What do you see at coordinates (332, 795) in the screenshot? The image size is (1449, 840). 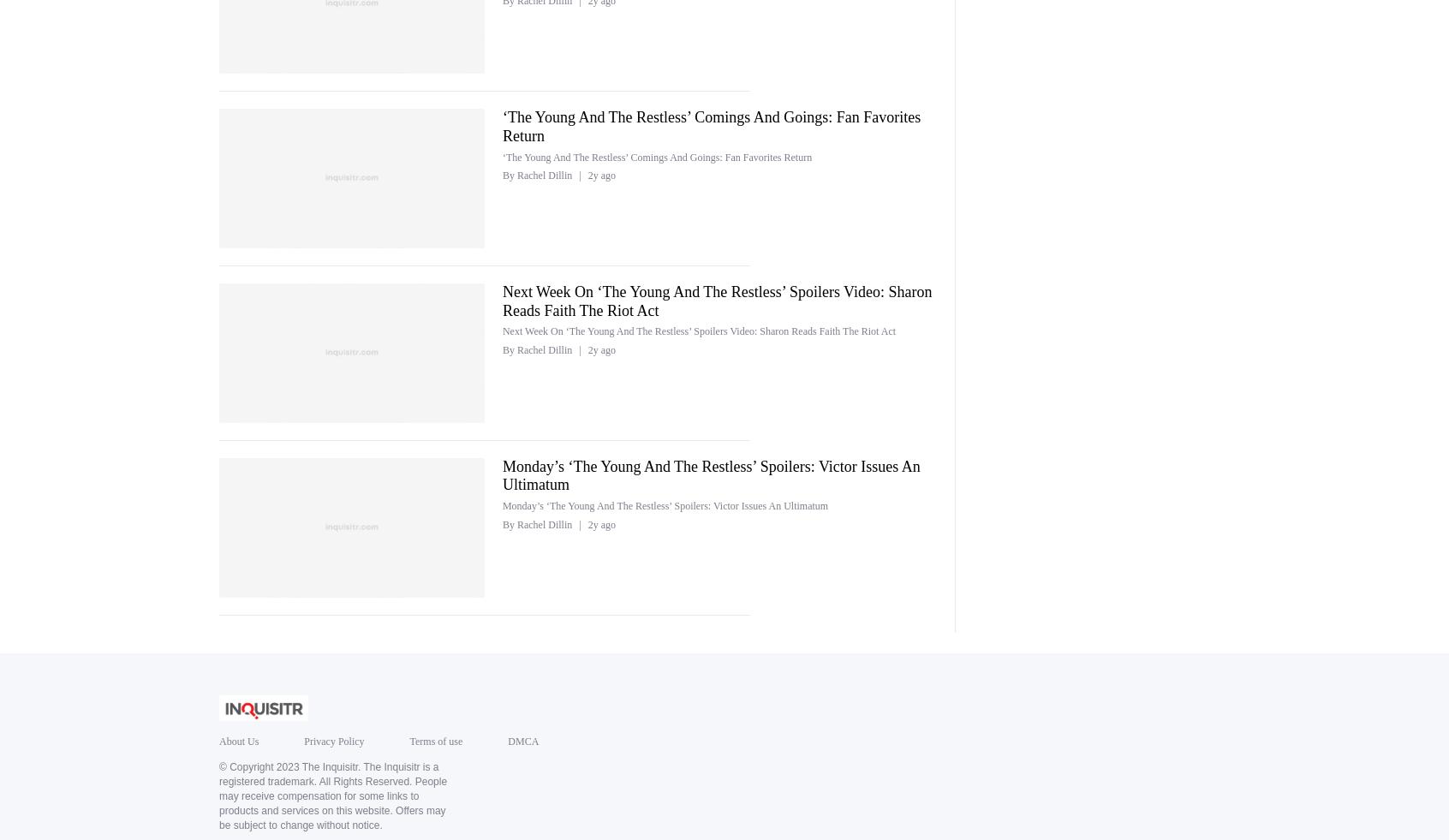 I see `'© Copyright 2023 The Inquisitr. The Inquisitr is a registered trademark. All Rights Reserved. People may receive compensation for some links to products and services on this website. Offers may be subject to change without notice.'` at bounding box center [332, 795].